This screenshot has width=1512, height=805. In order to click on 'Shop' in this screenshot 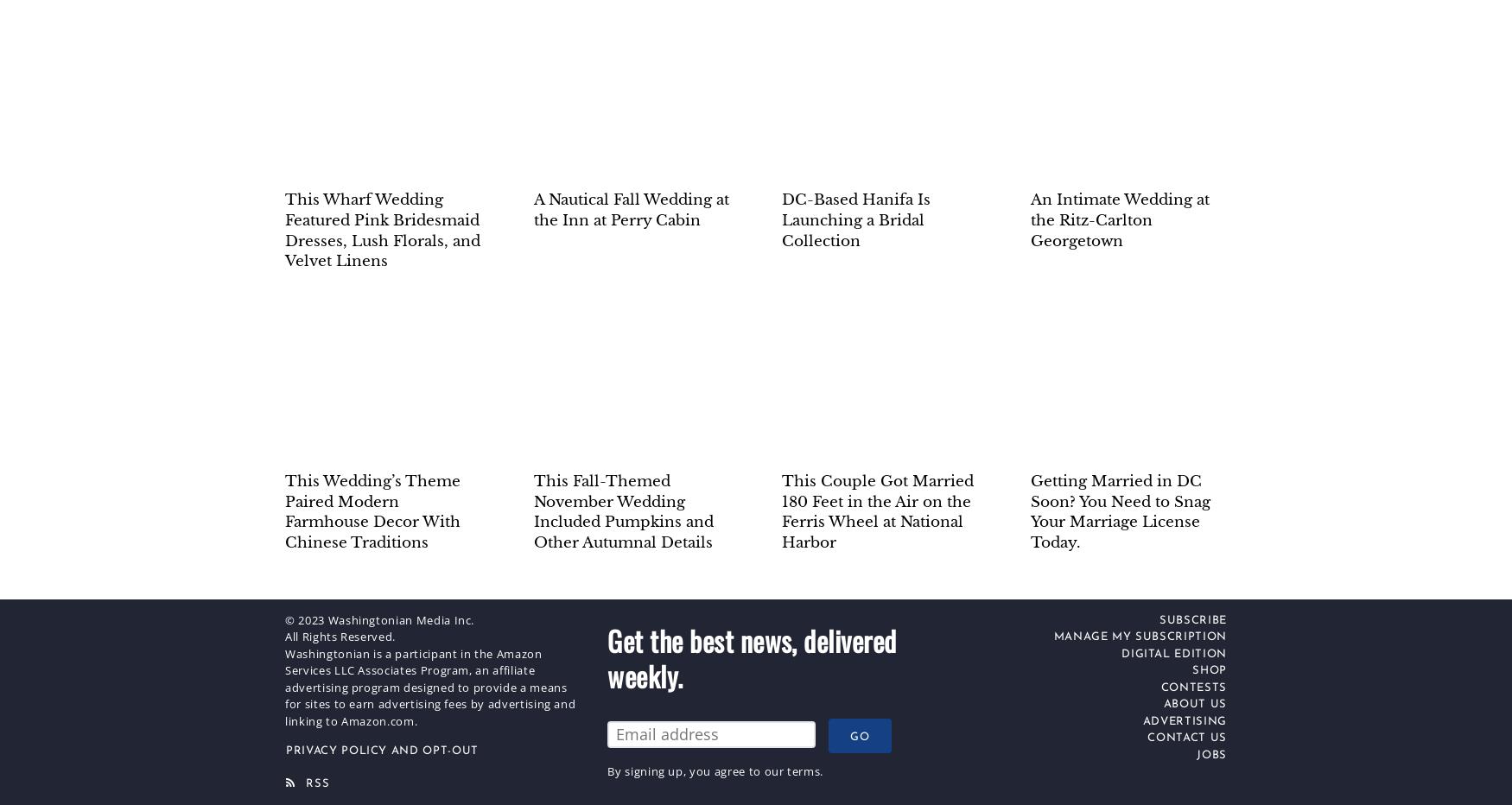, I will do `click(1208, 670)`.